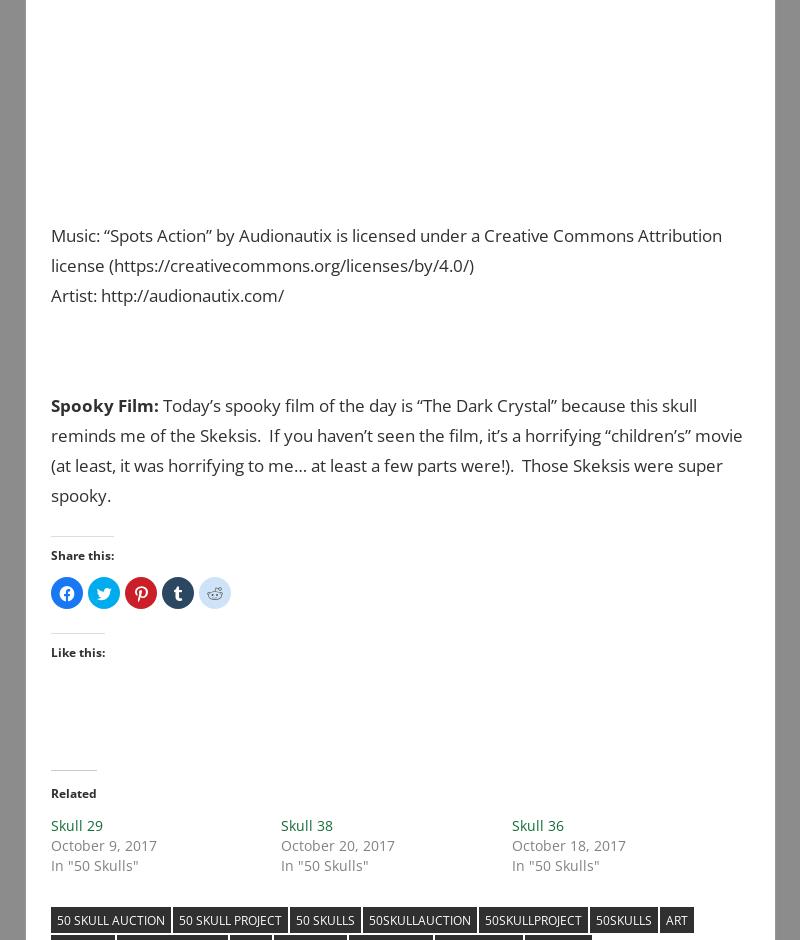  What do you see at coordinates (74, 793) in the screenshot?
I see `'Related'` at bounding box center [74, 793].